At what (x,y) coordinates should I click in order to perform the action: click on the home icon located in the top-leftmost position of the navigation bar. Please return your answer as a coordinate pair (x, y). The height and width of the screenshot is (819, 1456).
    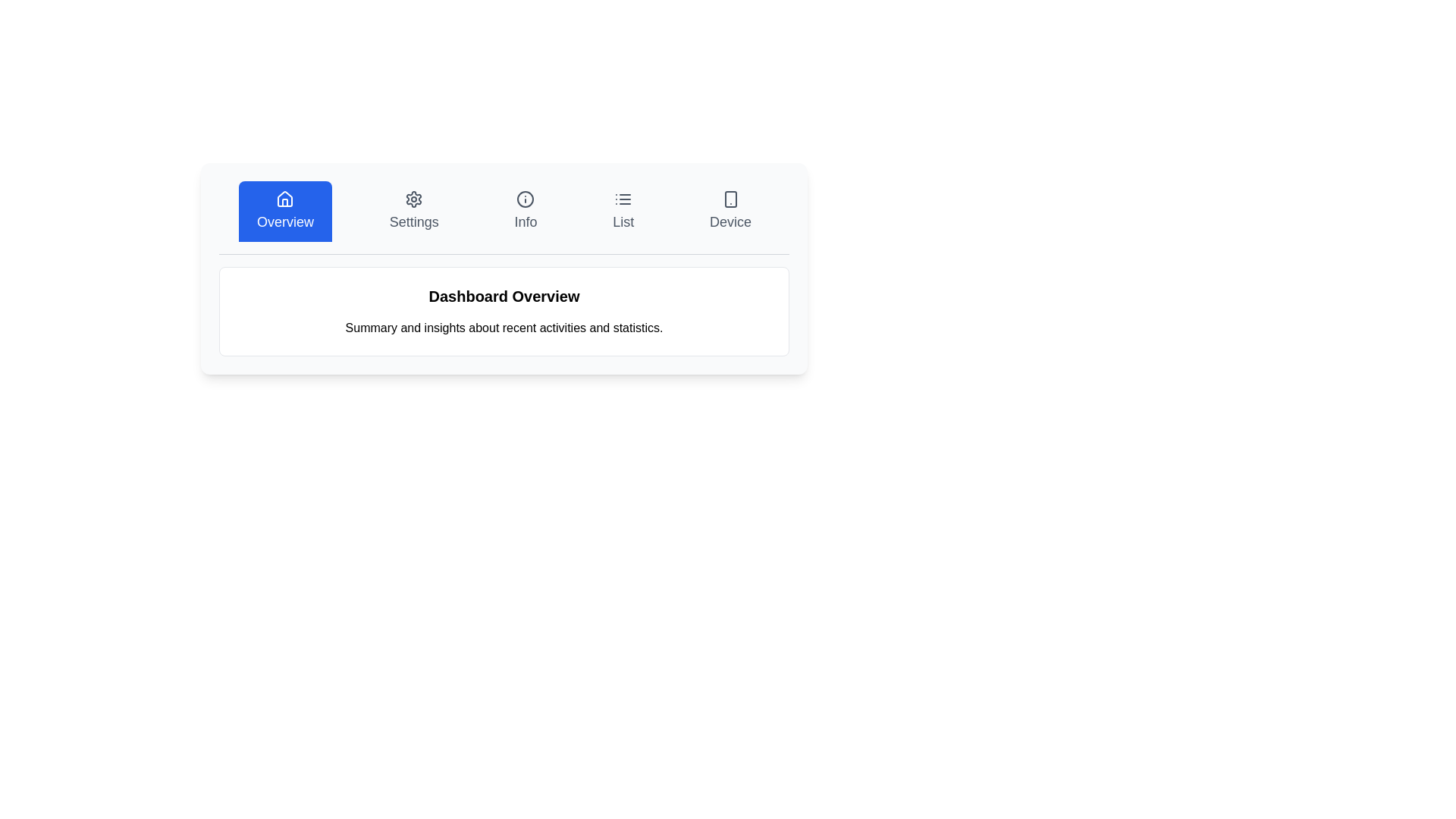
    Looking at the image, I should click on (285, 198).